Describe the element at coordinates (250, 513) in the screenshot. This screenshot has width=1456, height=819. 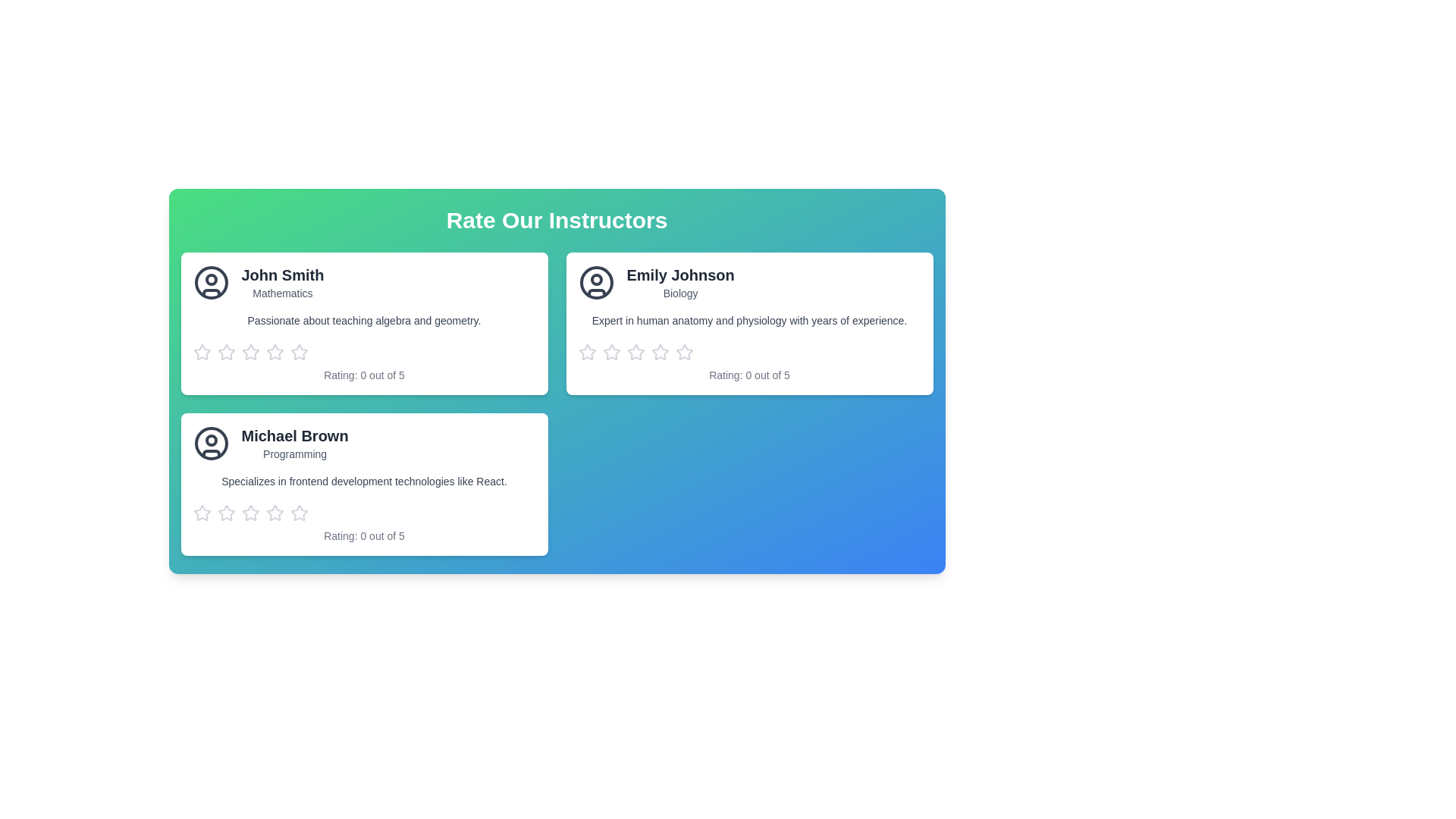
I see `the fourth rating star icon` at that location.